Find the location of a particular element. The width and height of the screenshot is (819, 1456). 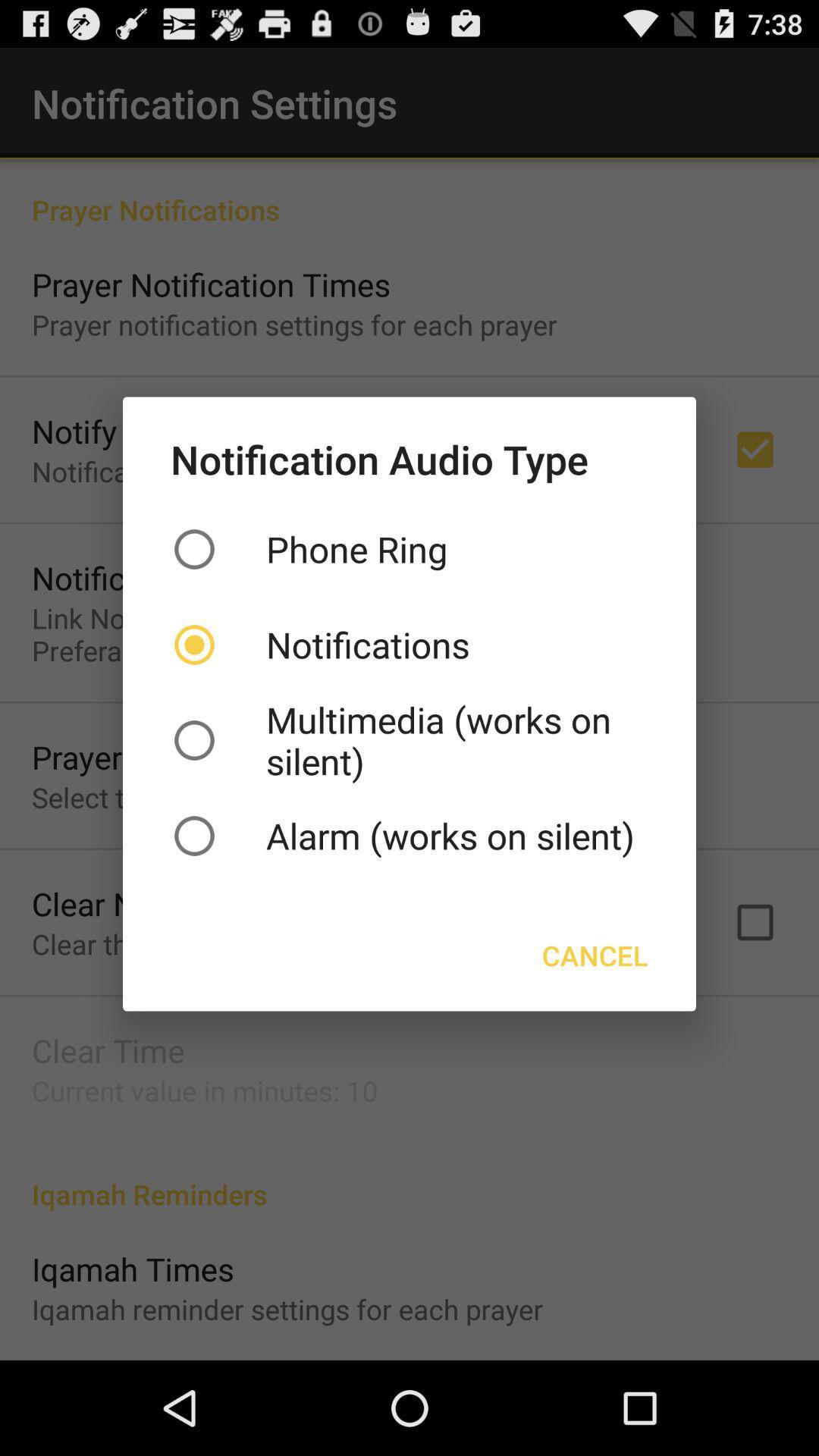

the button on the right is located at coordinates (594, 954).